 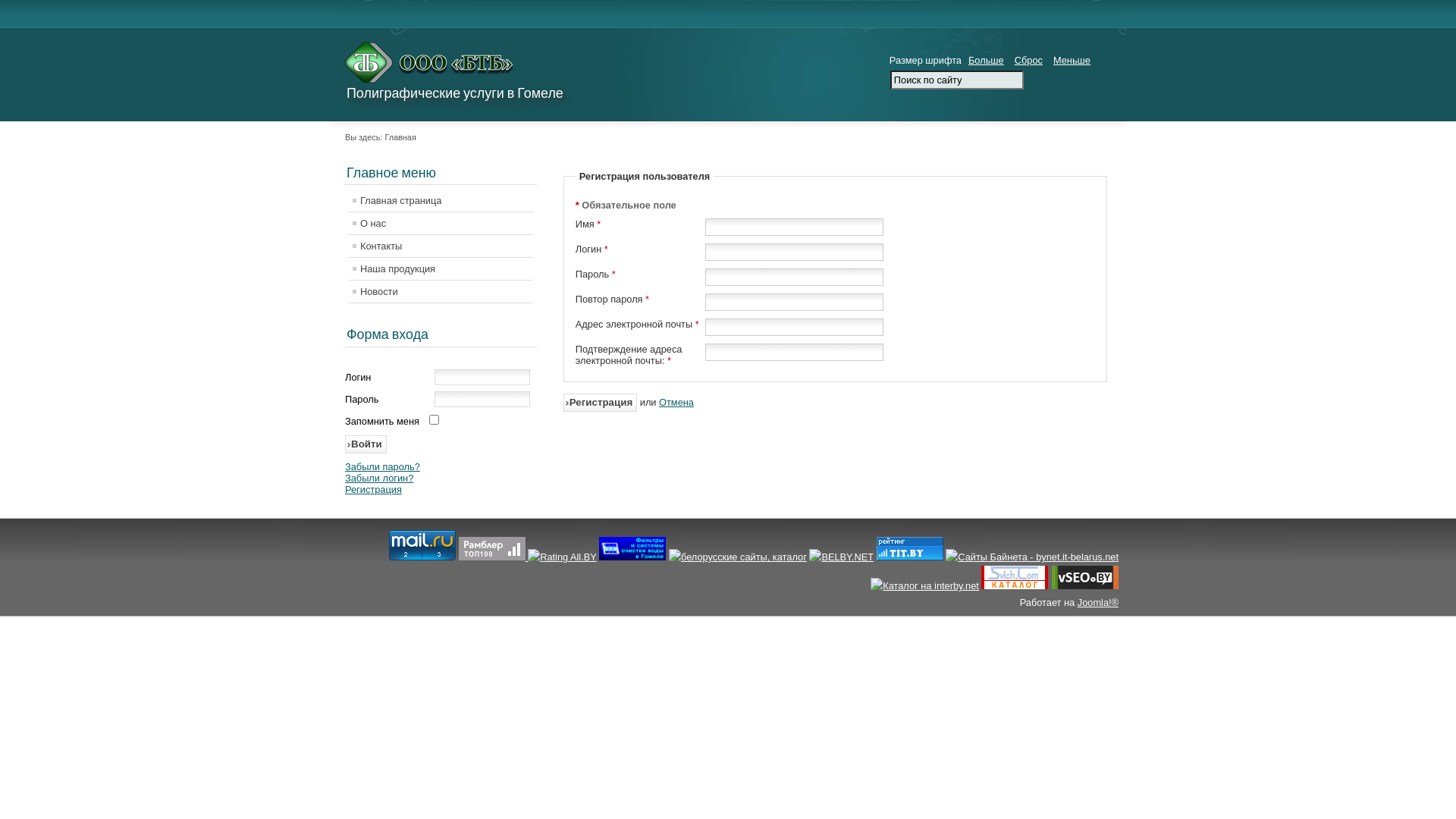 What do you see at coordinates (457, 548) in the screenshot?
I see `'Rambler's Top100'` at bounding box center [457, 548].